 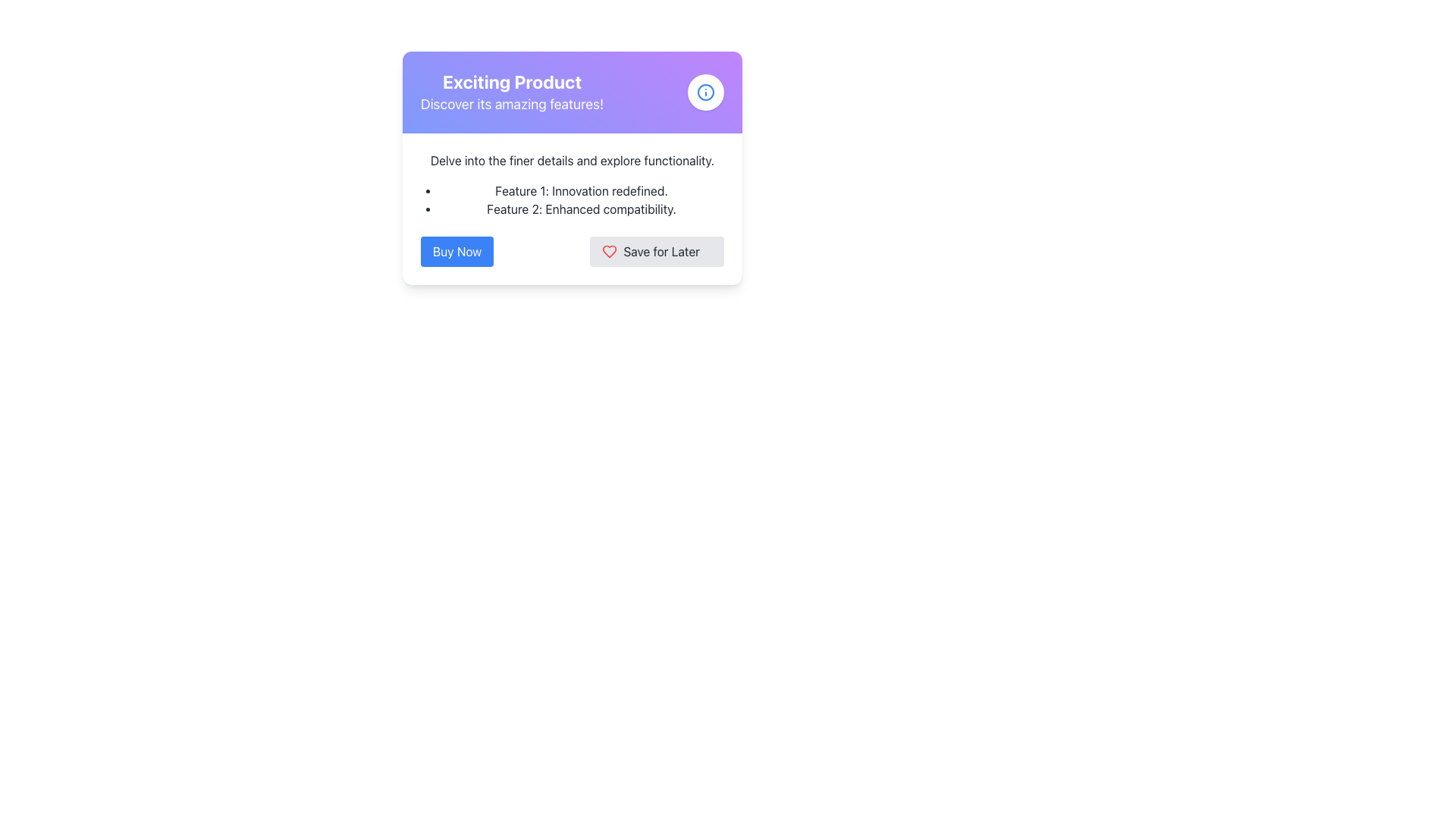 What do you see at coordinates (610, 250) in the screenshot?
I see `the red heart-shaped icon located to the left of the 'Save for Later' button in the lower right corner of the interface card` at bounding box center [610, 250].